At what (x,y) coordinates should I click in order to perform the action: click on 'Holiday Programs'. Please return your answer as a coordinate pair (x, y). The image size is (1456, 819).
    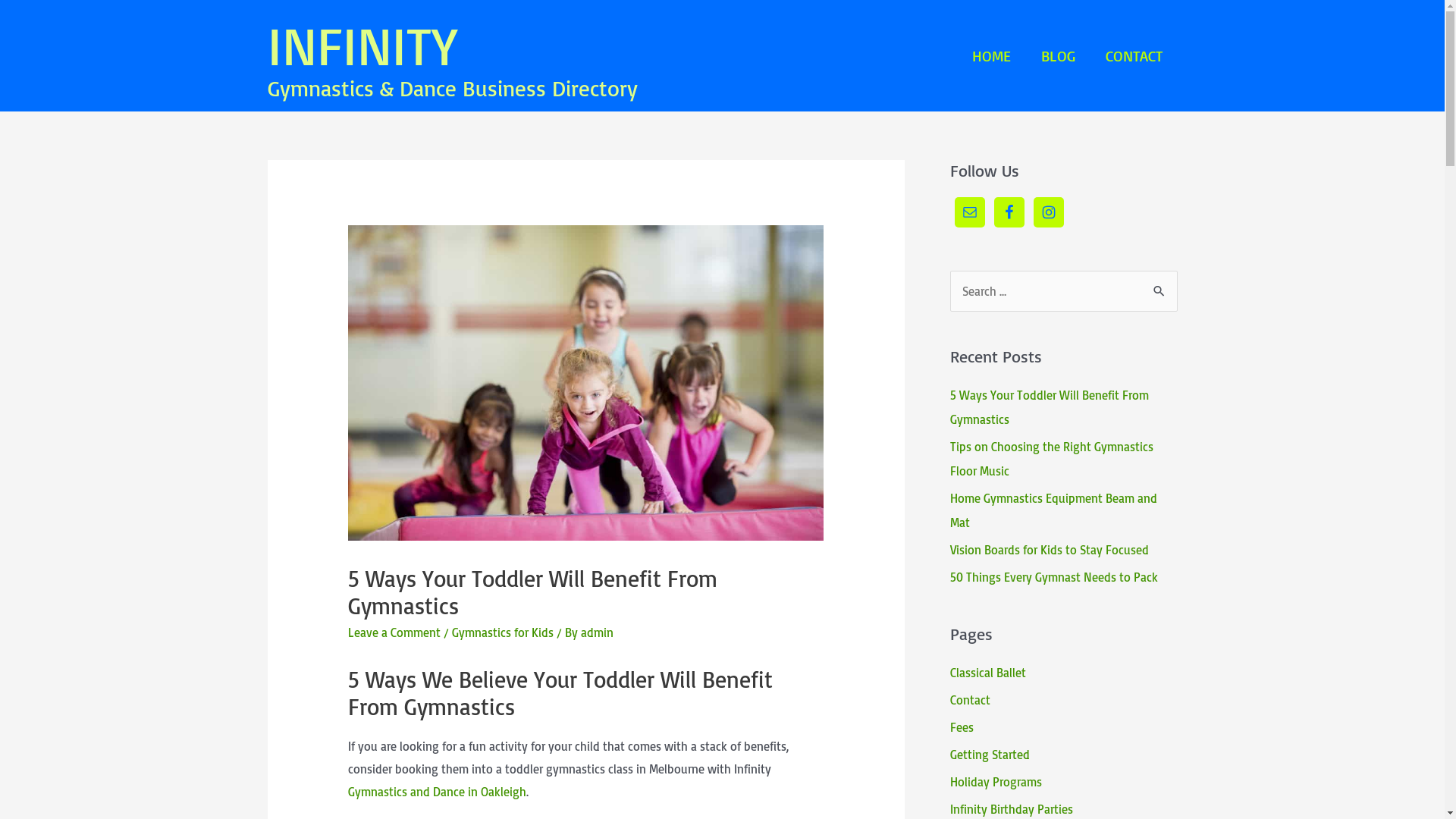
    Looking at the image, I should click on (995, 781).